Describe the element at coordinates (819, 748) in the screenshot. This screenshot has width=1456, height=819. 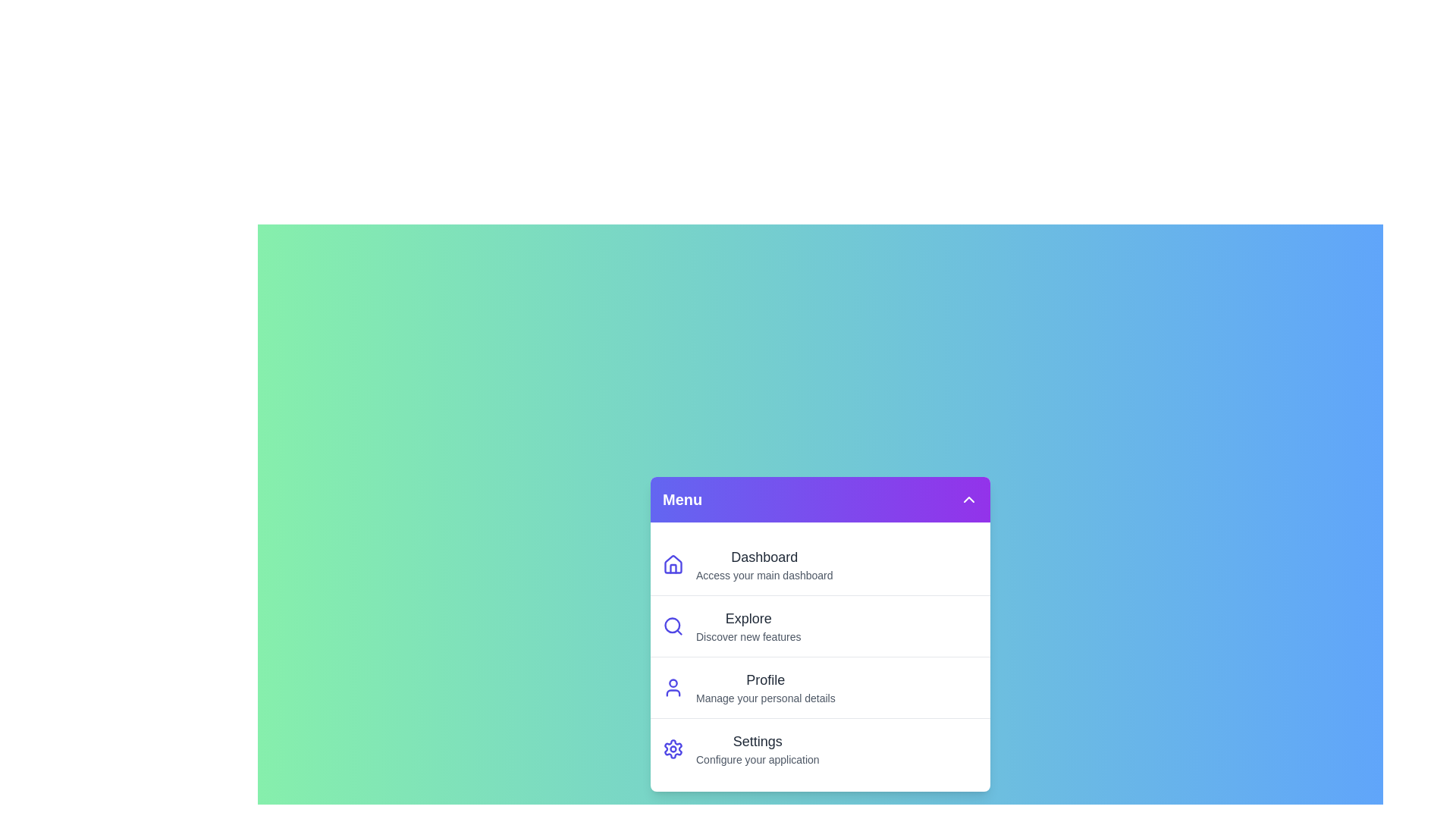
I see `the menu item Settings from the menu` at that location.